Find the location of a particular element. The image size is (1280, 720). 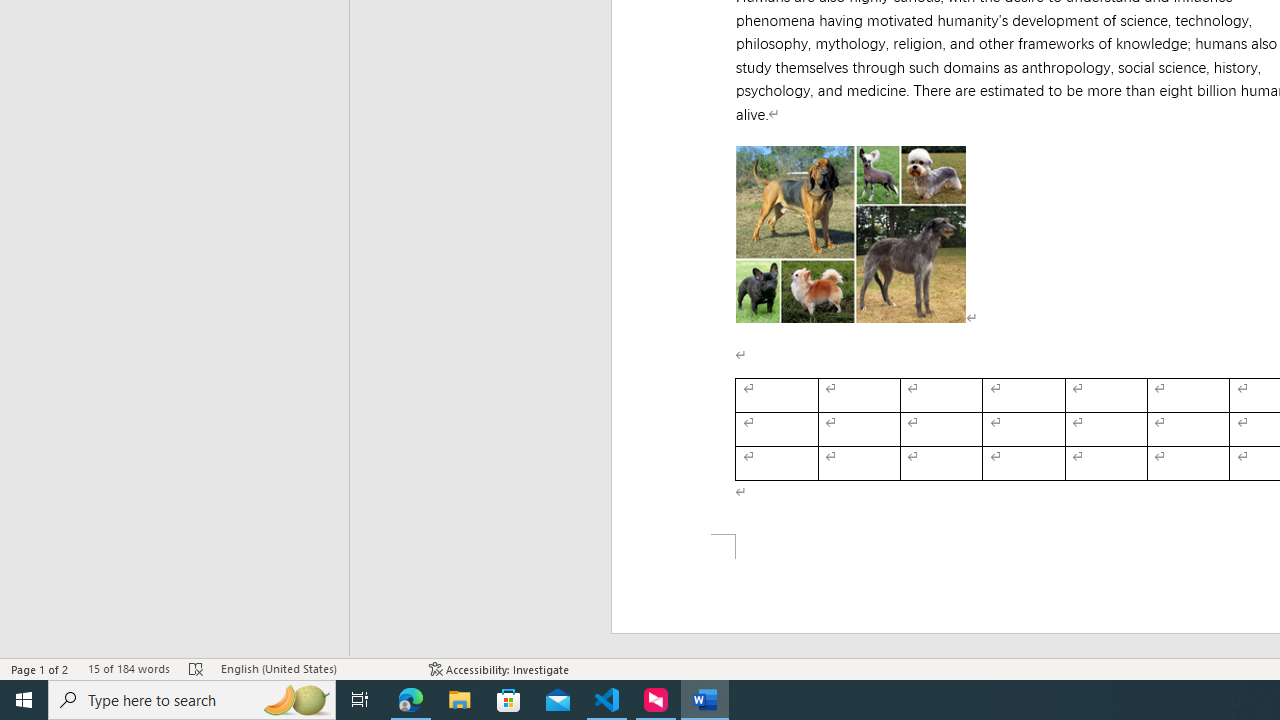

'Word - 1 running window' is located at coordinates (705, 698).